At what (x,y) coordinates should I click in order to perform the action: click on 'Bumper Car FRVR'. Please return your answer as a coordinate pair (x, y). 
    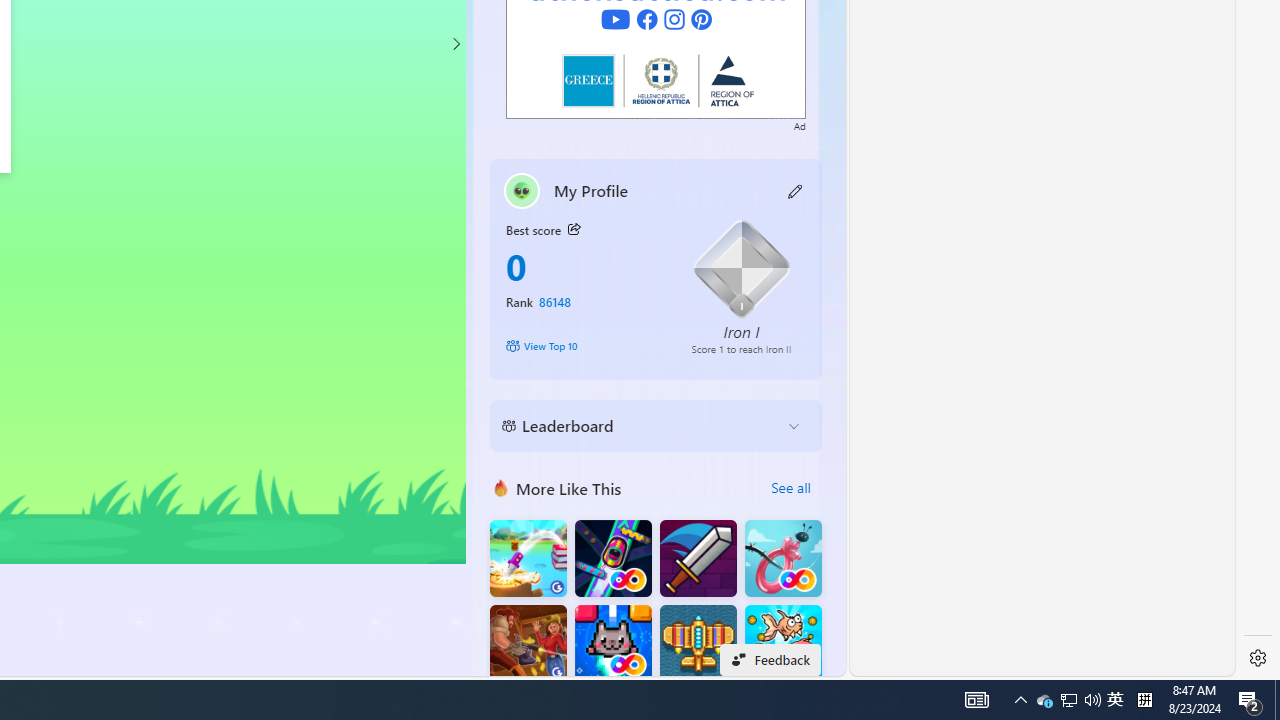
    Looking at the image, I should click on (612, 558).